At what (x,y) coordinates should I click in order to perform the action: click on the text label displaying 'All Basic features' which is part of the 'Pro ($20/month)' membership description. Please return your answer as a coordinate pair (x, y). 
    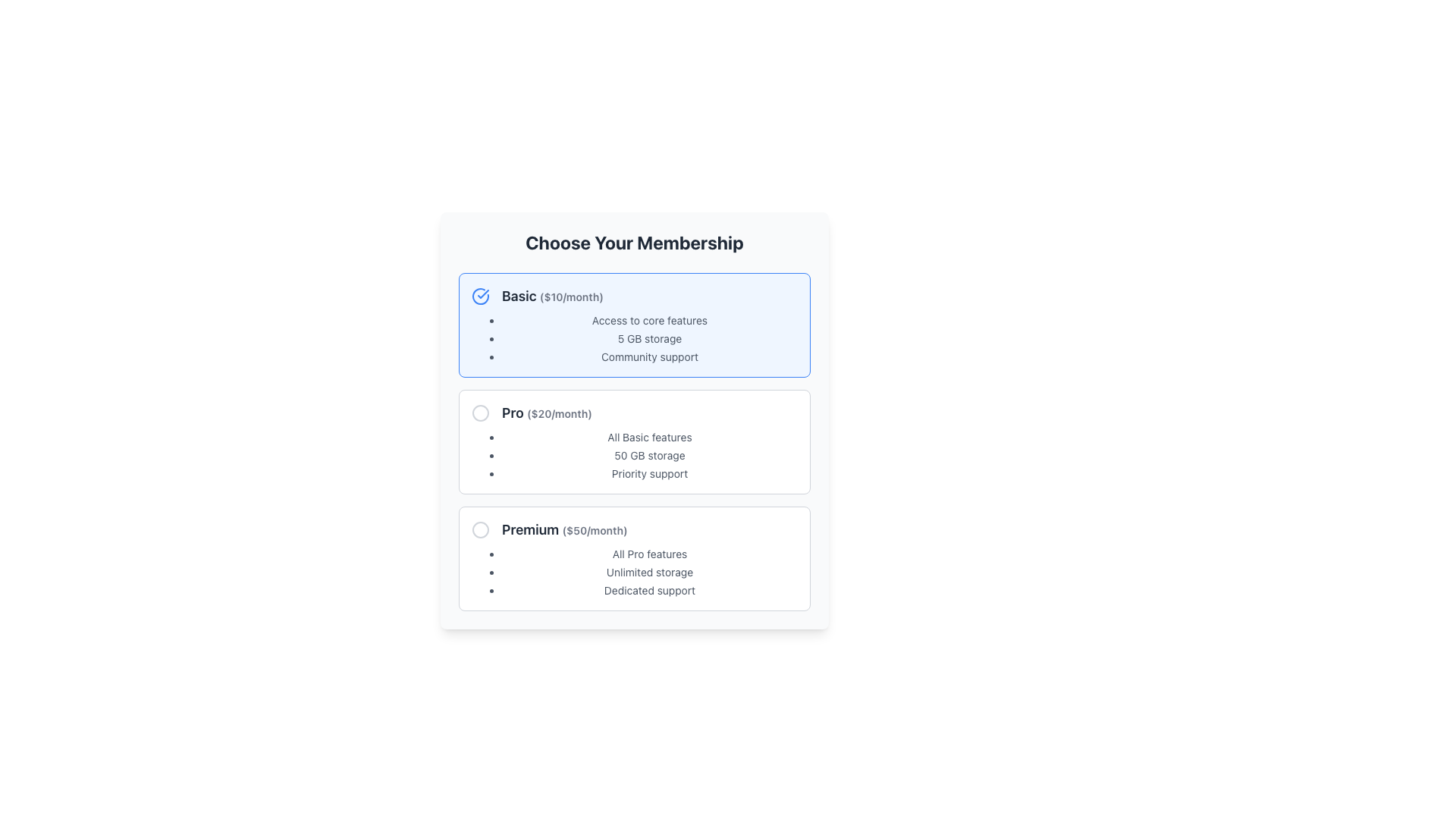
    Looking at the image, I should click on (650, 438).